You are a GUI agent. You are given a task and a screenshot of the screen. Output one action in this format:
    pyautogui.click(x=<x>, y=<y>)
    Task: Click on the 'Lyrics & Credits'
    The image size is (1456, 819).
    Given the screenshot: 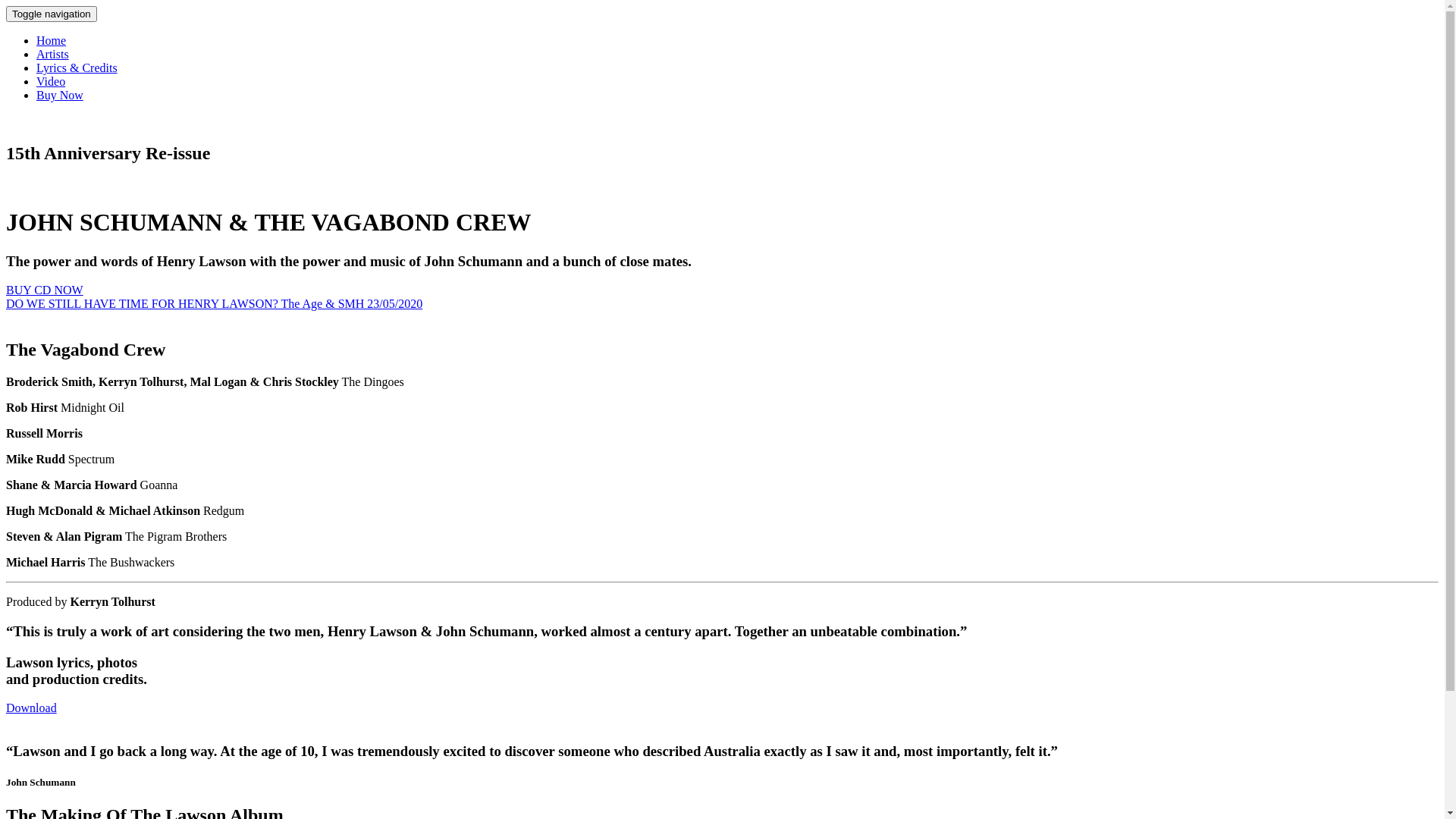 What is the action you would take?
    pyautogui.click(x=76, y=67)
    